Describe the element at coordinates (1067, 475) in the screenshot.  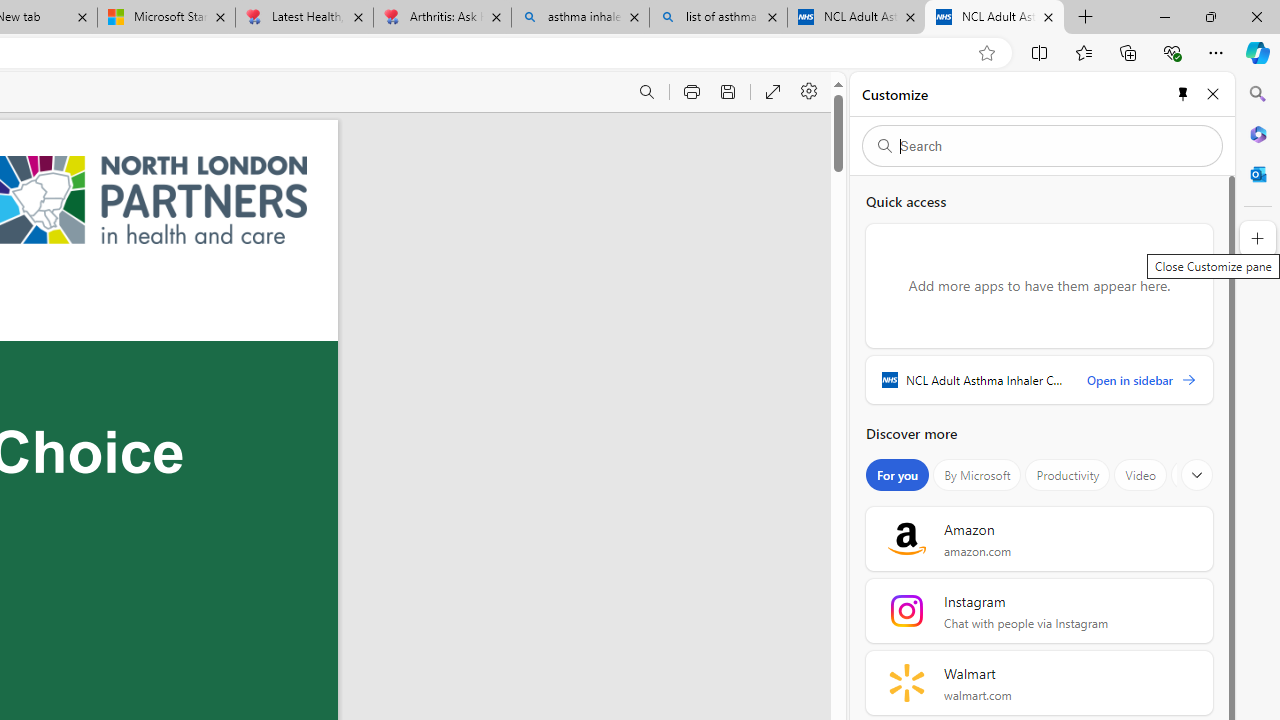
I see `'Productivity'` at that location.